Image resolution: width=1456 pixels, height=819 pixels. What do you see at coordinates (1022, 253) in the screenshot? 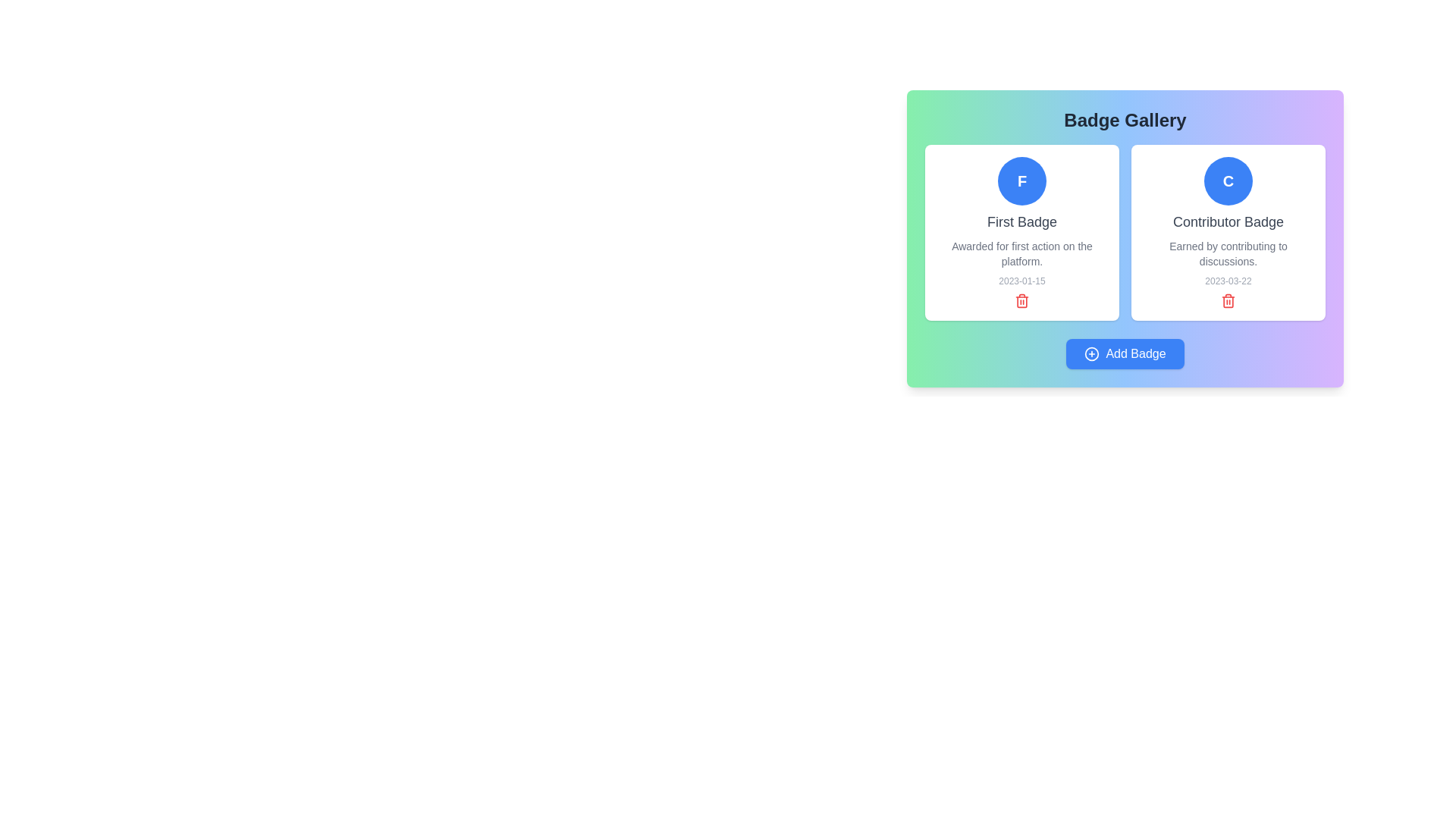
I see `the static text block that reads 'Awarded for first action on the platform.' located in the bottom half of the white card in the 'Badge Gallery' section` at bounding box center [1022, 253].